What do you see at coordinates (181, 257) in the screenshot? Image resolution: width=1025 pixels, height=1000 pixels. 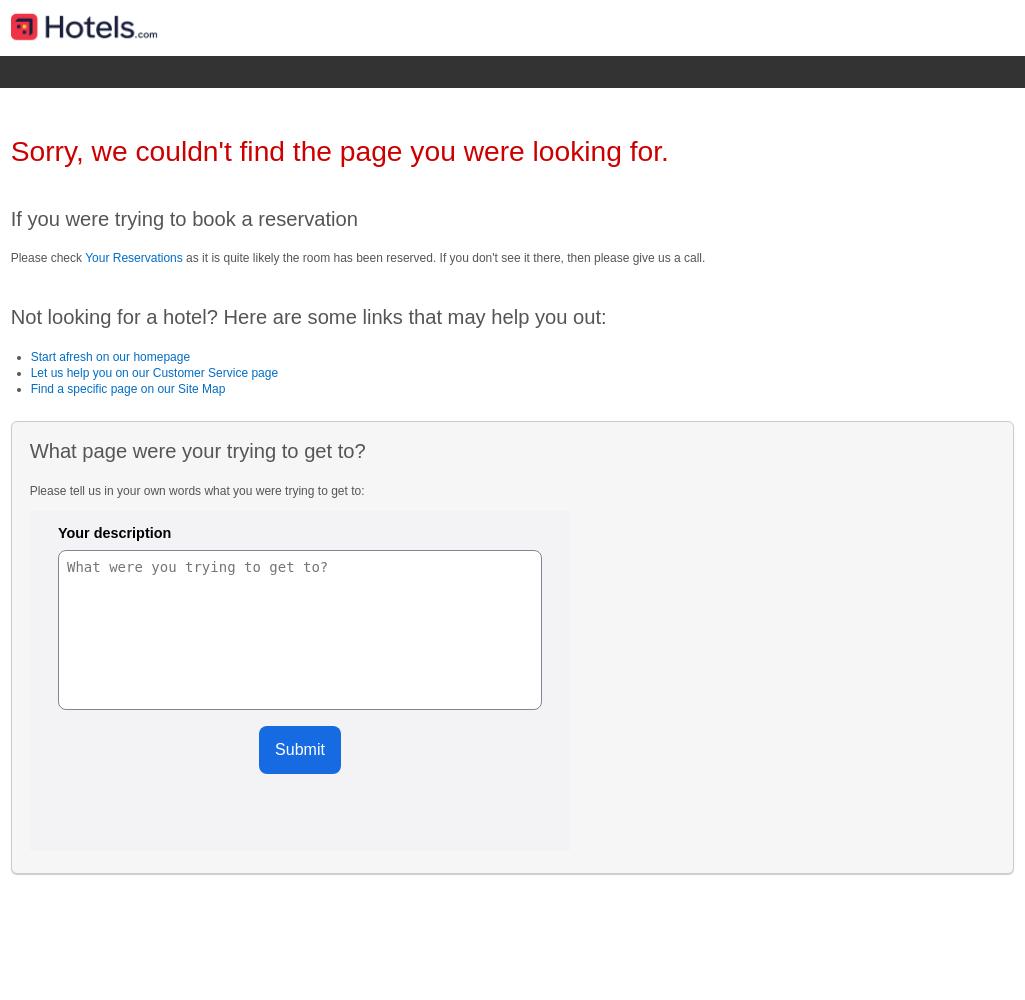 I see `'as it is quite likely the room has been reserved. If you don't see it there, then please give us a call.'` at bounding box center [181, 257].